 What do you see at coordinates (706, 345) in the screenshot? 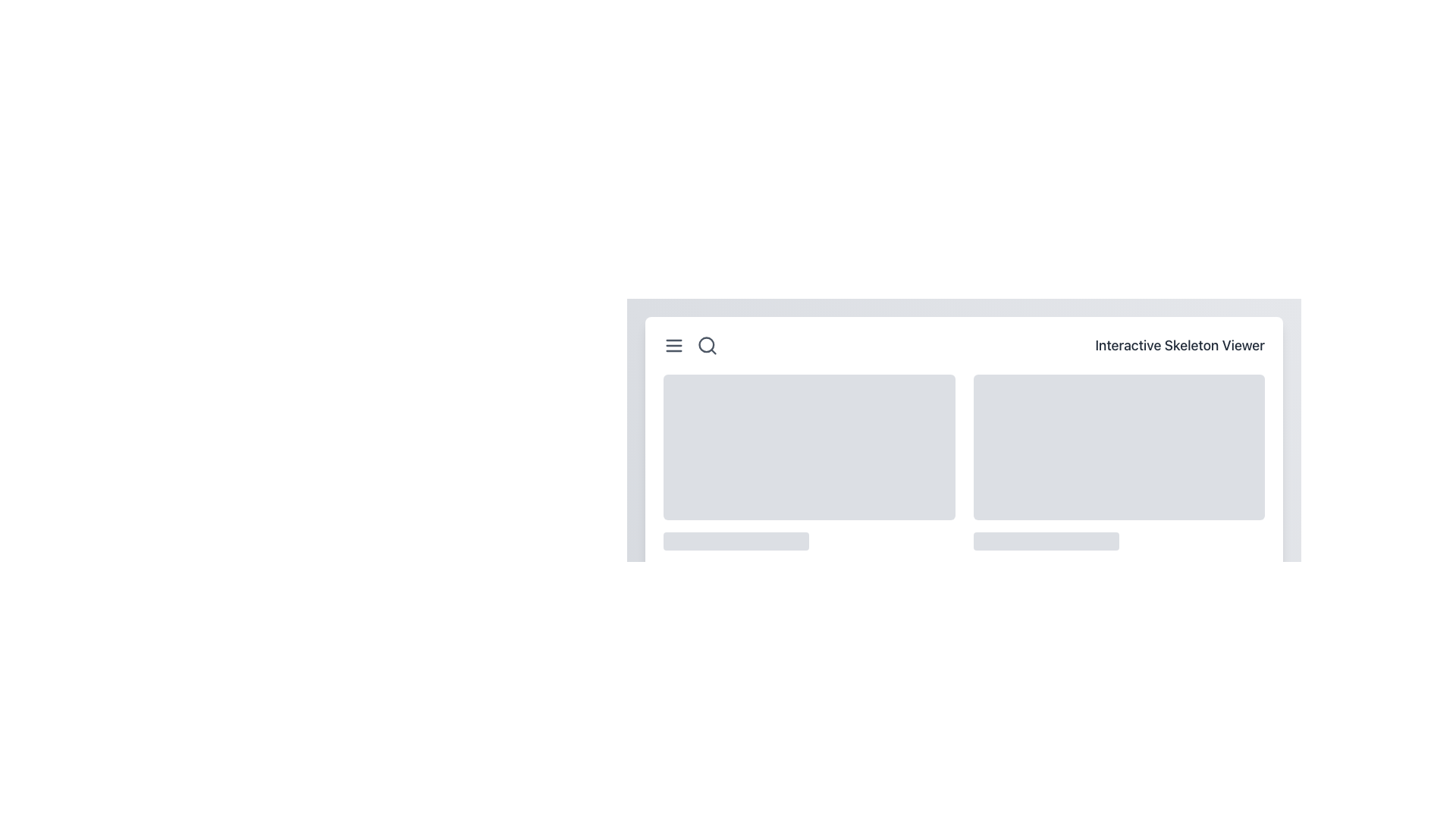
I see `the search icon, which is a gray magnifying glass located in the top bar to the right of the menu icon` at bounding box center [706, 345].